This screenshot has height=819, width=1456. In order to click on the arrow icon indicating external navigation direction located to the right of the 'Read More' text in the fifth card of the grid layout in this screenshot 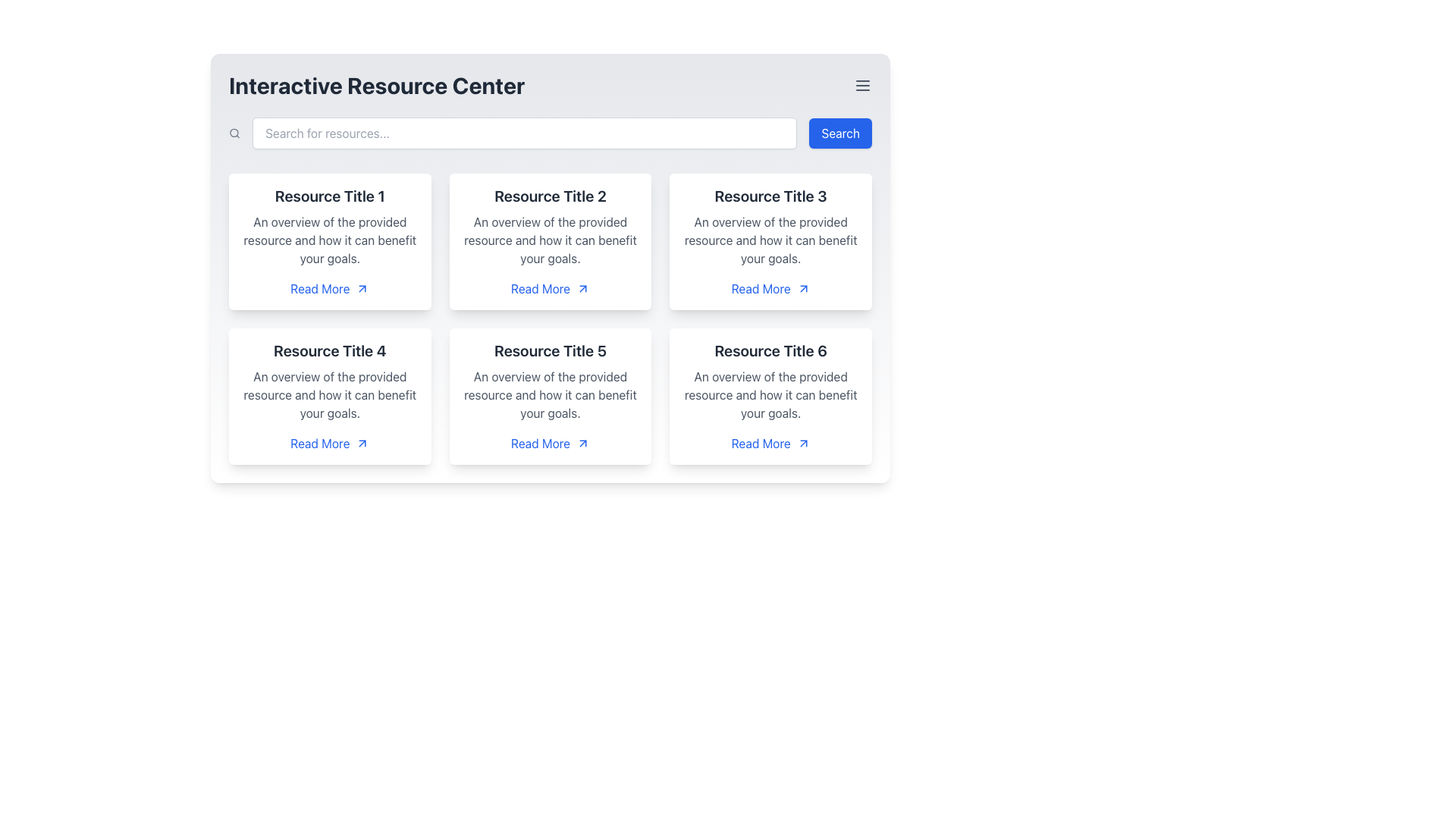, I will do `click(582, 444)`.